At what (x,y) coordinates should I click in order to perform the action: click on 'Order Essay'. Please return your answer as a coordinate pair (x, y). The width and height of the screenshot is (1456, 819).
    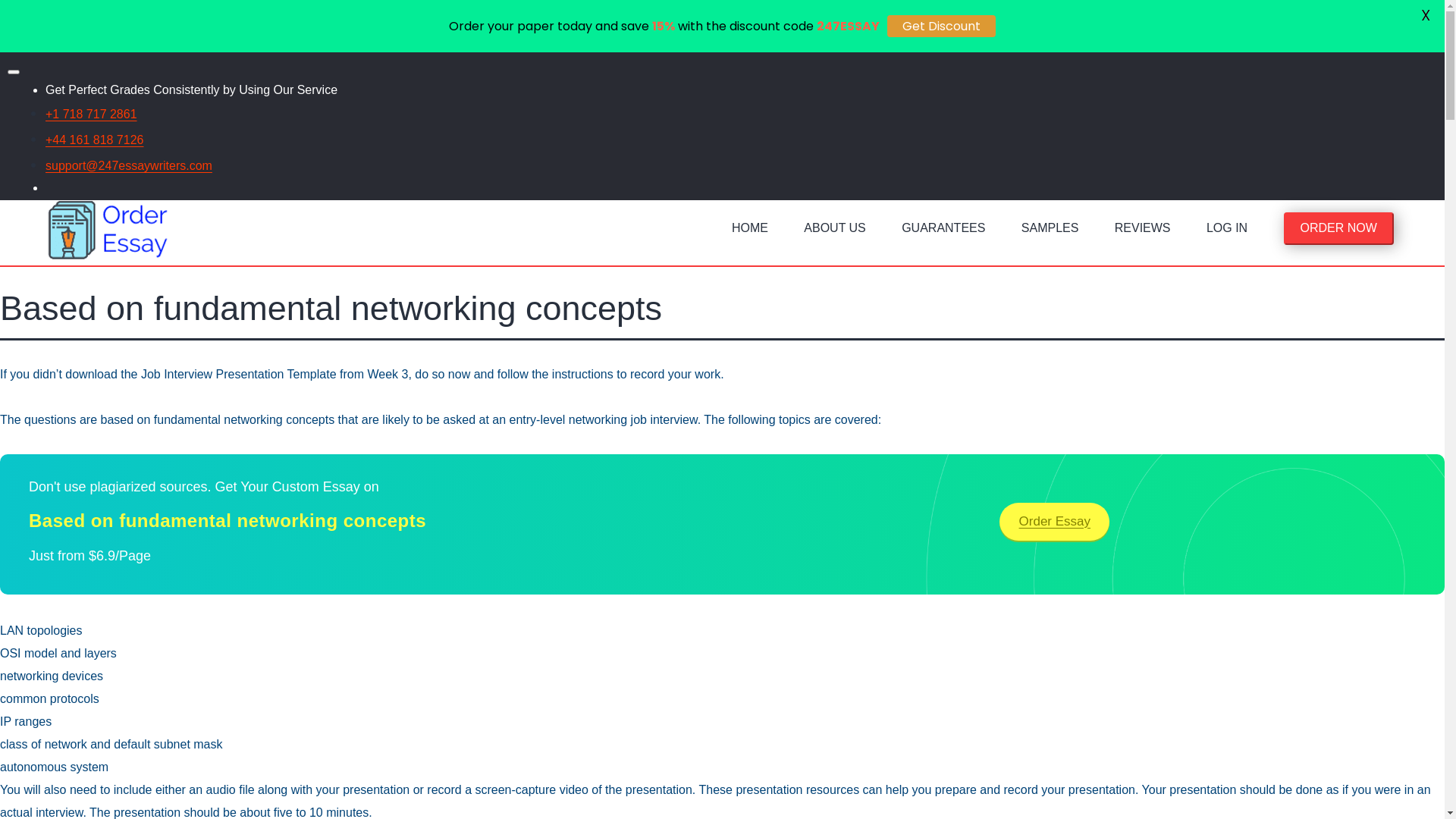
    Looking at the image, I should click on (1053, 520).